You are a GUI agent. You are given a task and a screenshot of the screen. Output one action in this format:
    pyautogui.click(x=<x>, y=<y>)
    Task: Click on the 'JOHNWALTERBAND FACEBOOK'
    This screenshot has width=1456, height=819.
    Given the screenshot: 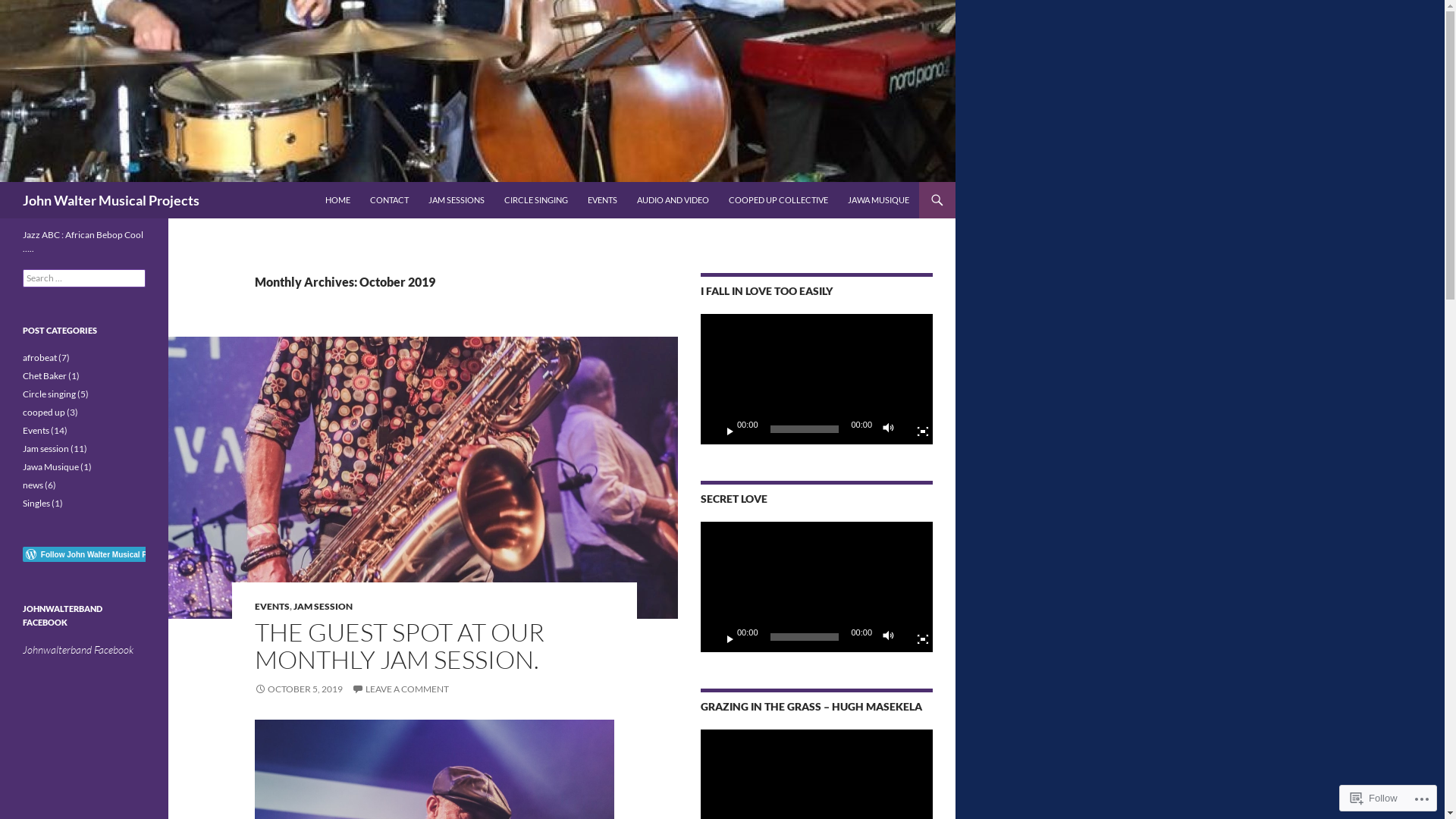 What is the action you would take?
    pyautogui.click(x=61, y=615)
    